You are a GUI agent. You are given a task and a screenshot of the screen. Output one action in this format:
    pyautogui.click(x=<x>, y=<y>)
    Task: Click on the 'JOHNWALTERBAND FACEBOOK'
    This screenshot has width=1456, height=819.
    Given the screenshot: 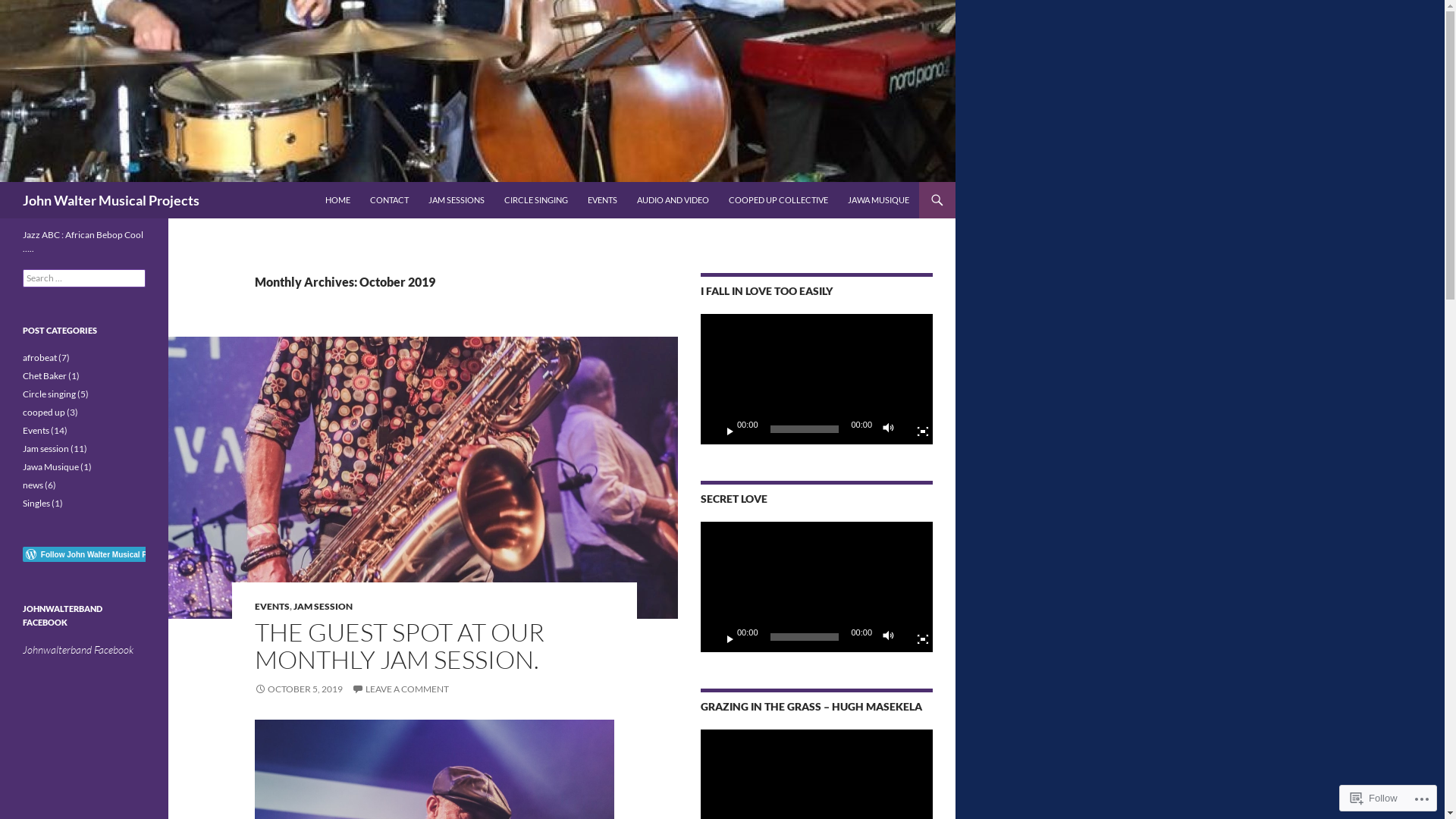 What is the action you would take?
    pyautogui.click(x=61, y=615)
    